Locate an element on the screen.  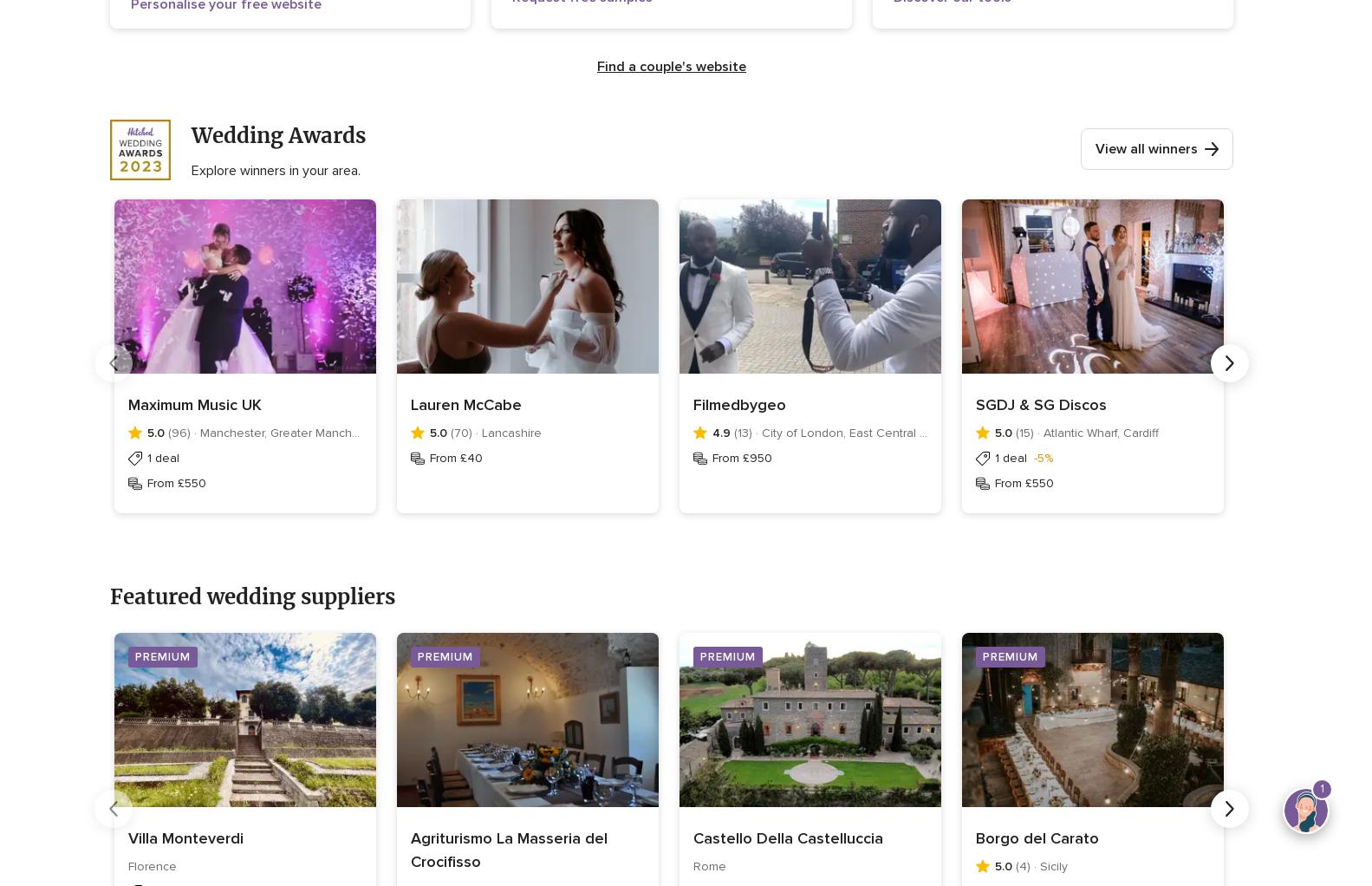
'Filmedbygeo' is located at coordinates (739, 403).